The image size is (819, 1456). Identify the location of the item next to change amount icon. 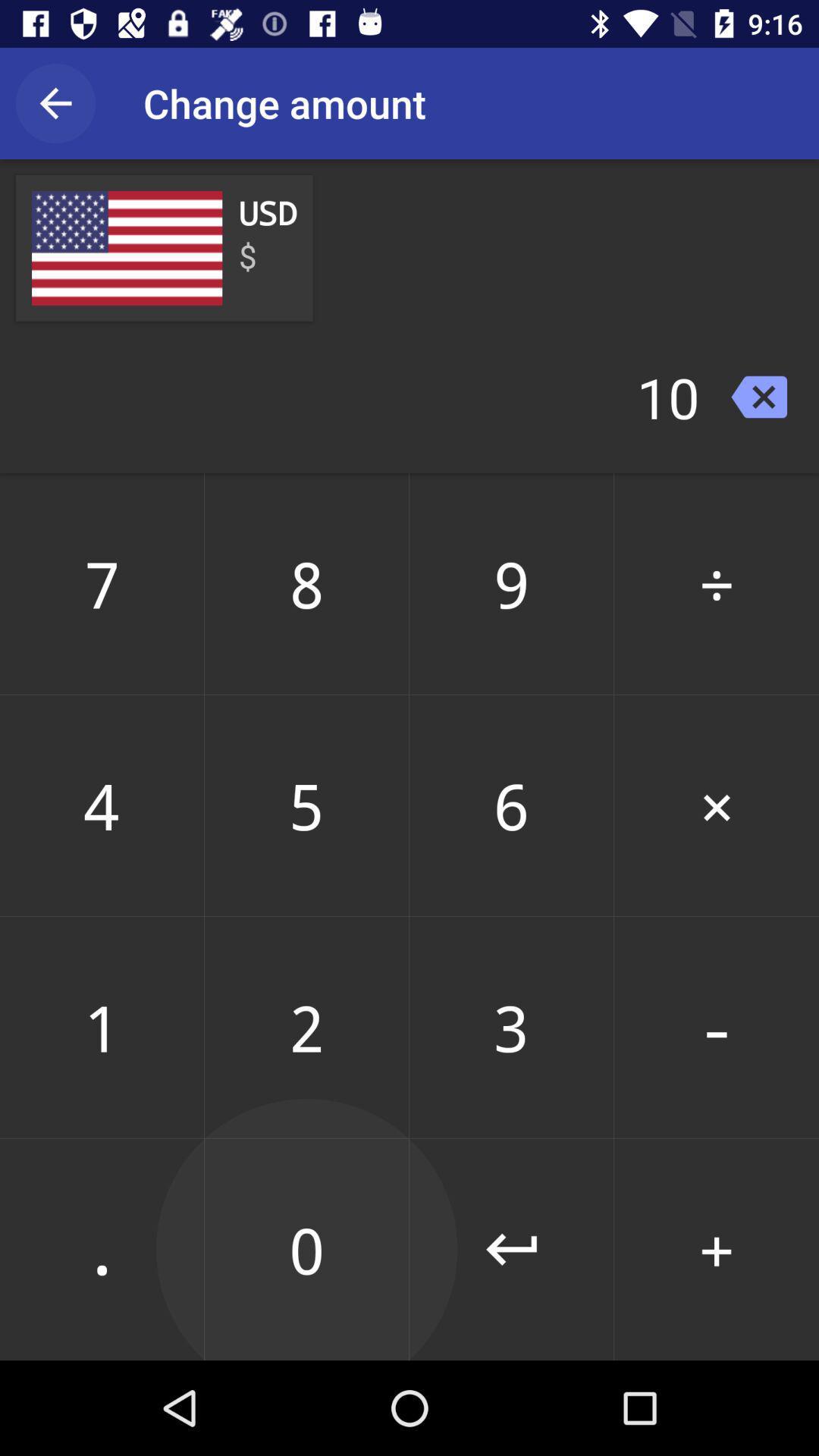
(55, 102).